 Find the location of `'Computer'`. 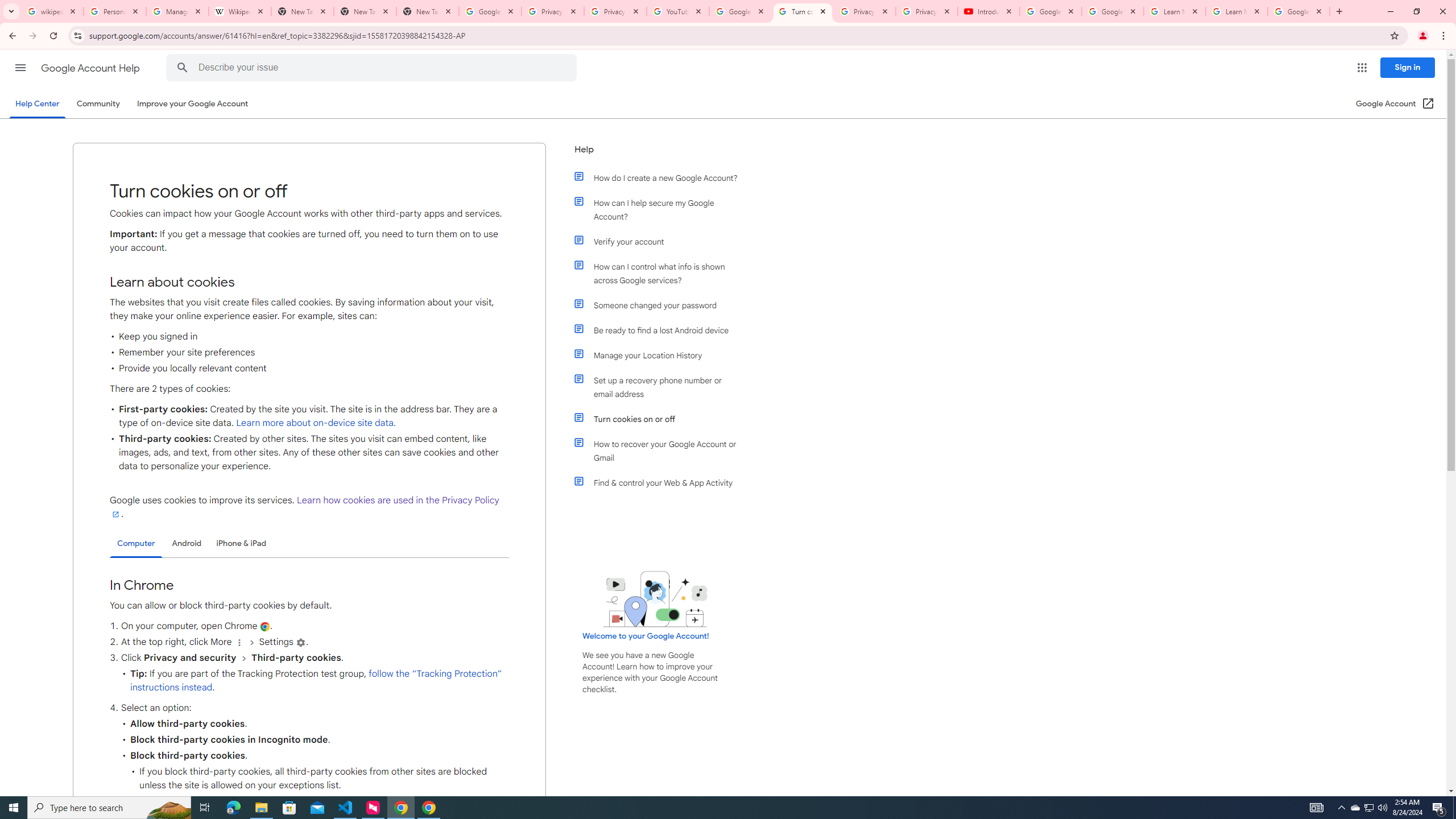

'Computer' is located at coordinates (136, 543).